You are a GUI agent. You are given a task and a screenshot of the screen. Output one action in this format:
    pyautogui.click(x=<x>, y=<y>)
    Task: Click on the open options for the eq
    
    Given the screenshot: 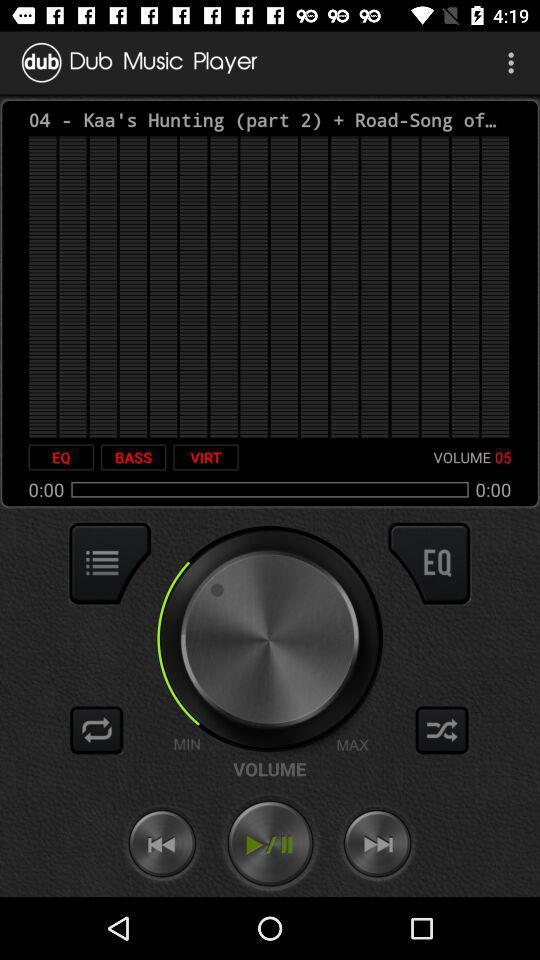 What is the action you would take?
    pyautogui.click(x=428, y=563)
    